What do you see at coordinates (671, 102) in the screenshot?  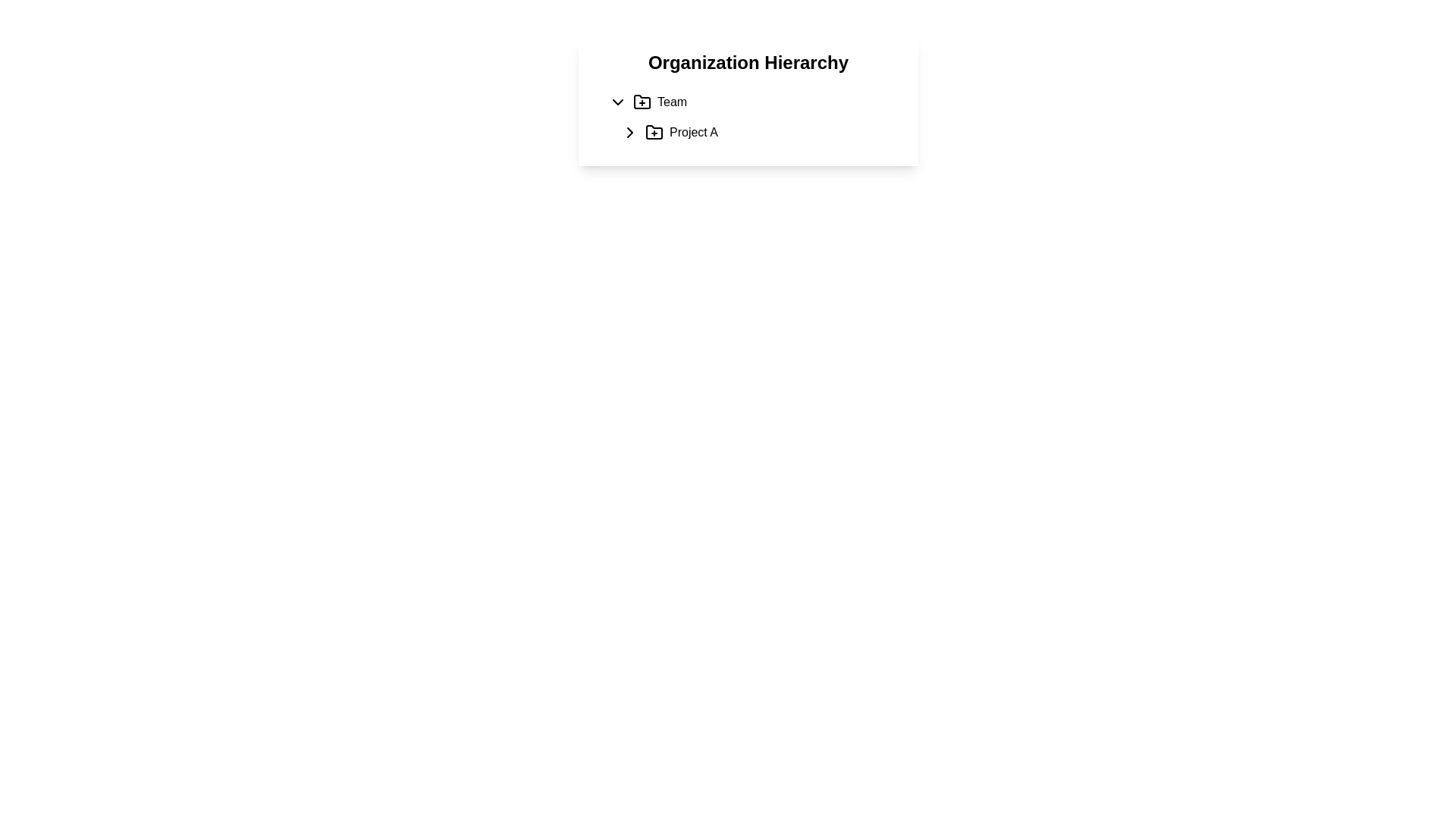 I see `the text label 'Team'` at bounding box center [671, 102].